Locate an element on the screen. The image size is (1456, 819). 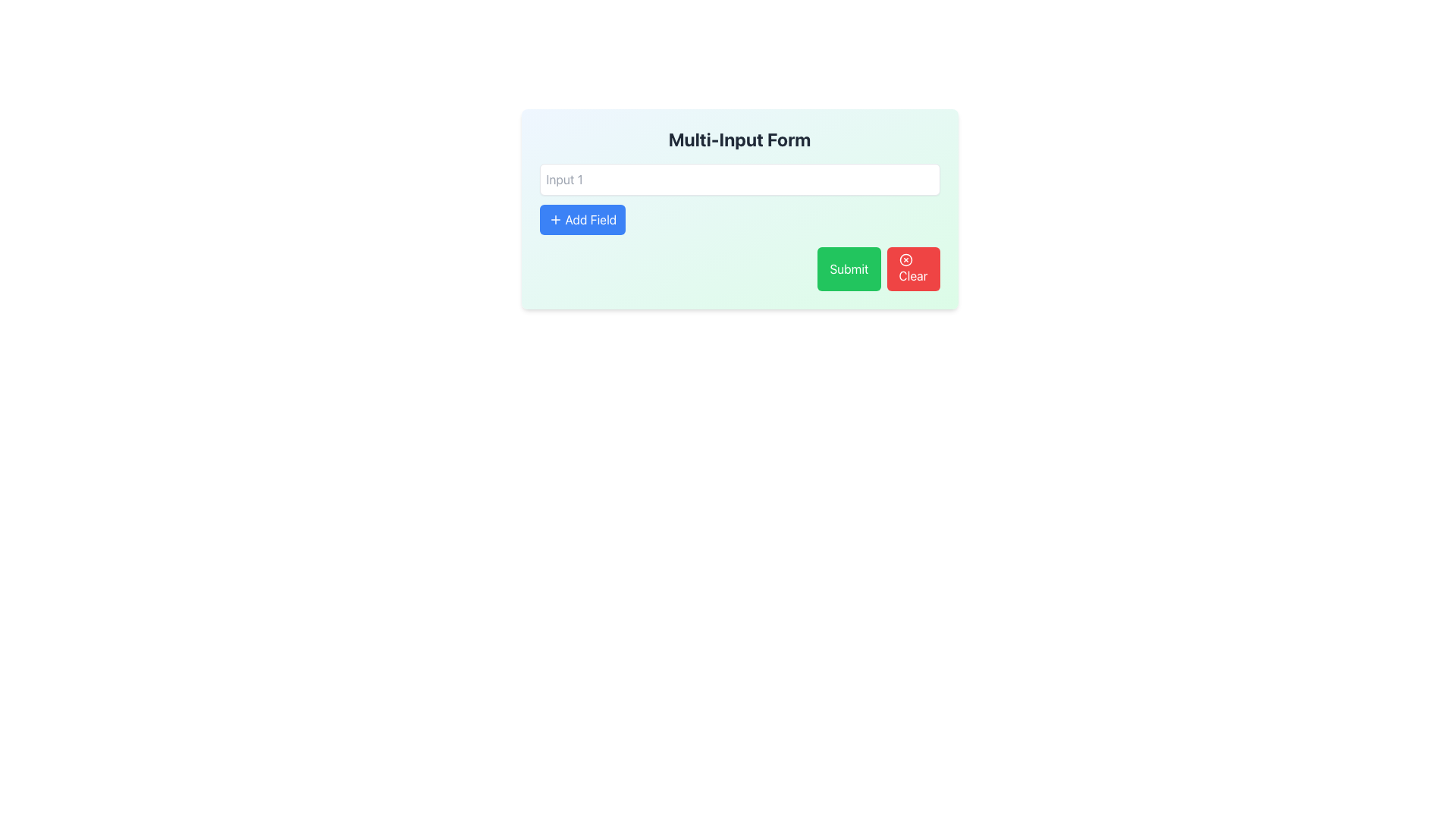
the red 'Clear' button located at the bottom-right of the form is located at coordinates (912, 268).